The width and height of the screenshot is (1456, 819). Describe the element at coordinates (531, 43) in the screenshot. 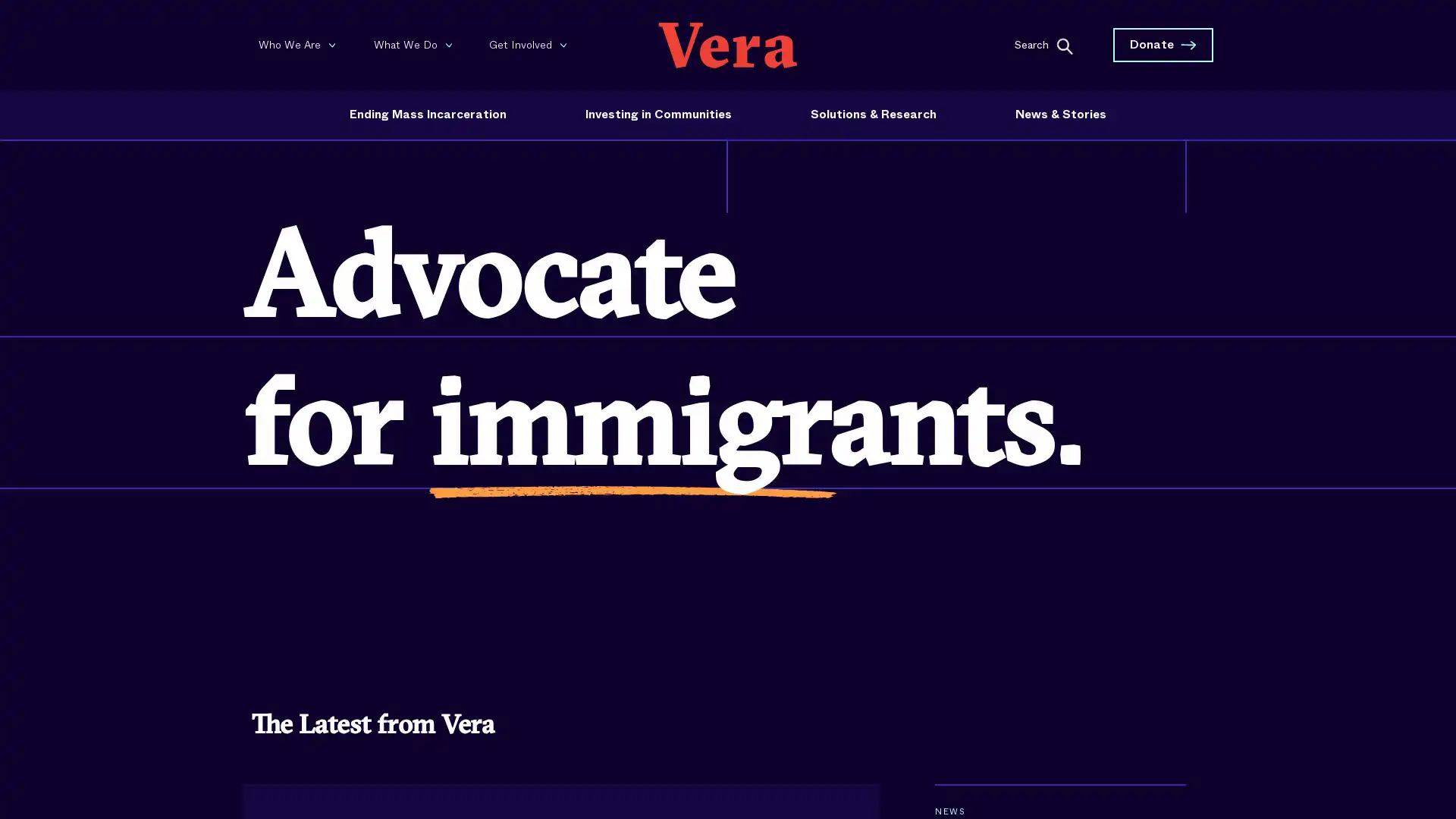

I see `Get Involved` at that location.